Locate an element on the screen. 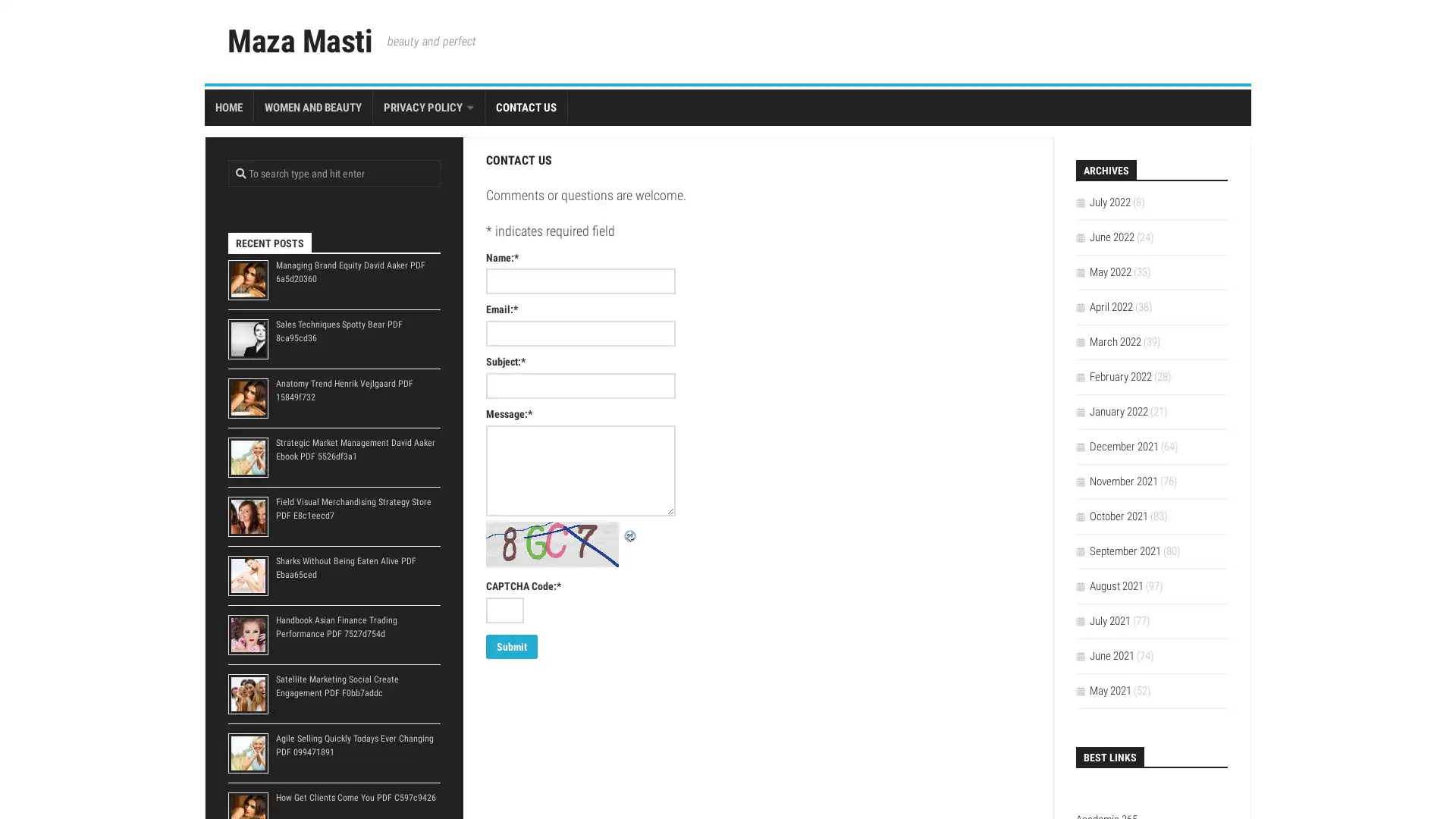 Image resolution: width=1456 pixels, height=819 pixels. Submit is located at coordinates (512, 646).